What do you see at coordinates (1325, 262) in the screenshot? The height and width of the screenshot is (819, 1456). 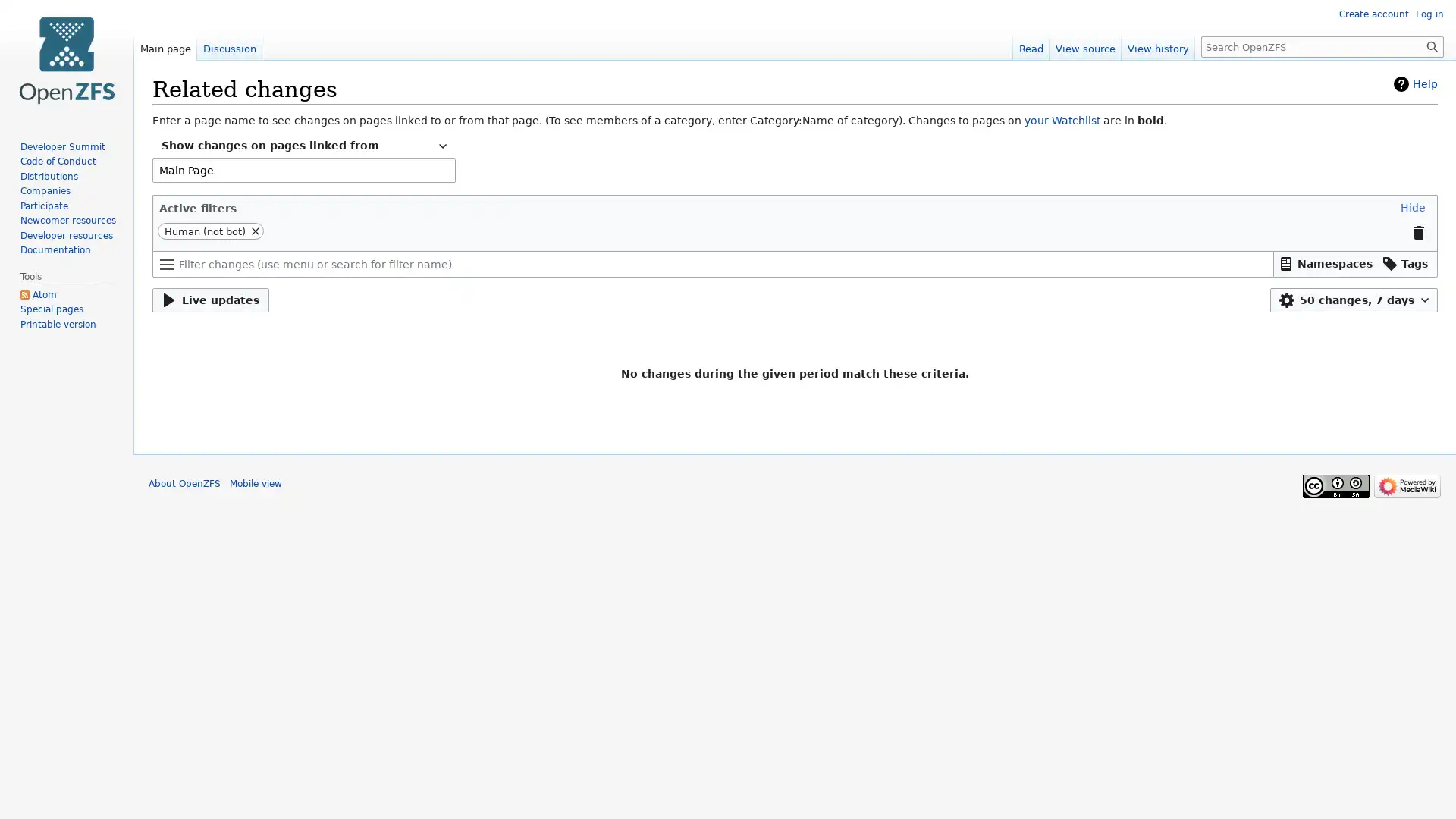 I see `Filter results by namespace` at bounding box center [1325, 262].